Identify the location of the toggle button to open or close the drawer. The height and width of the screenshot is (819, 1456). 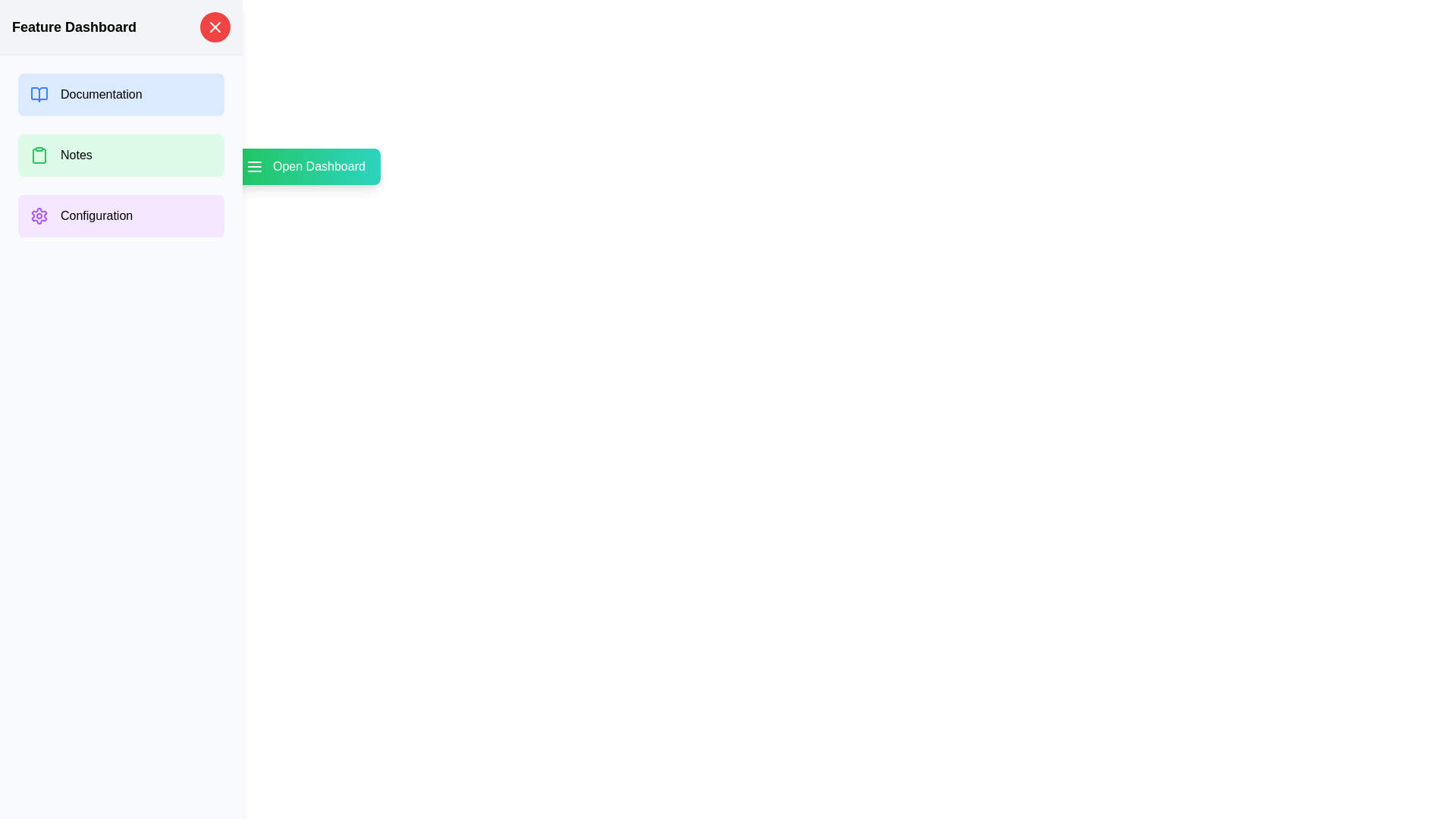
(304, 166).